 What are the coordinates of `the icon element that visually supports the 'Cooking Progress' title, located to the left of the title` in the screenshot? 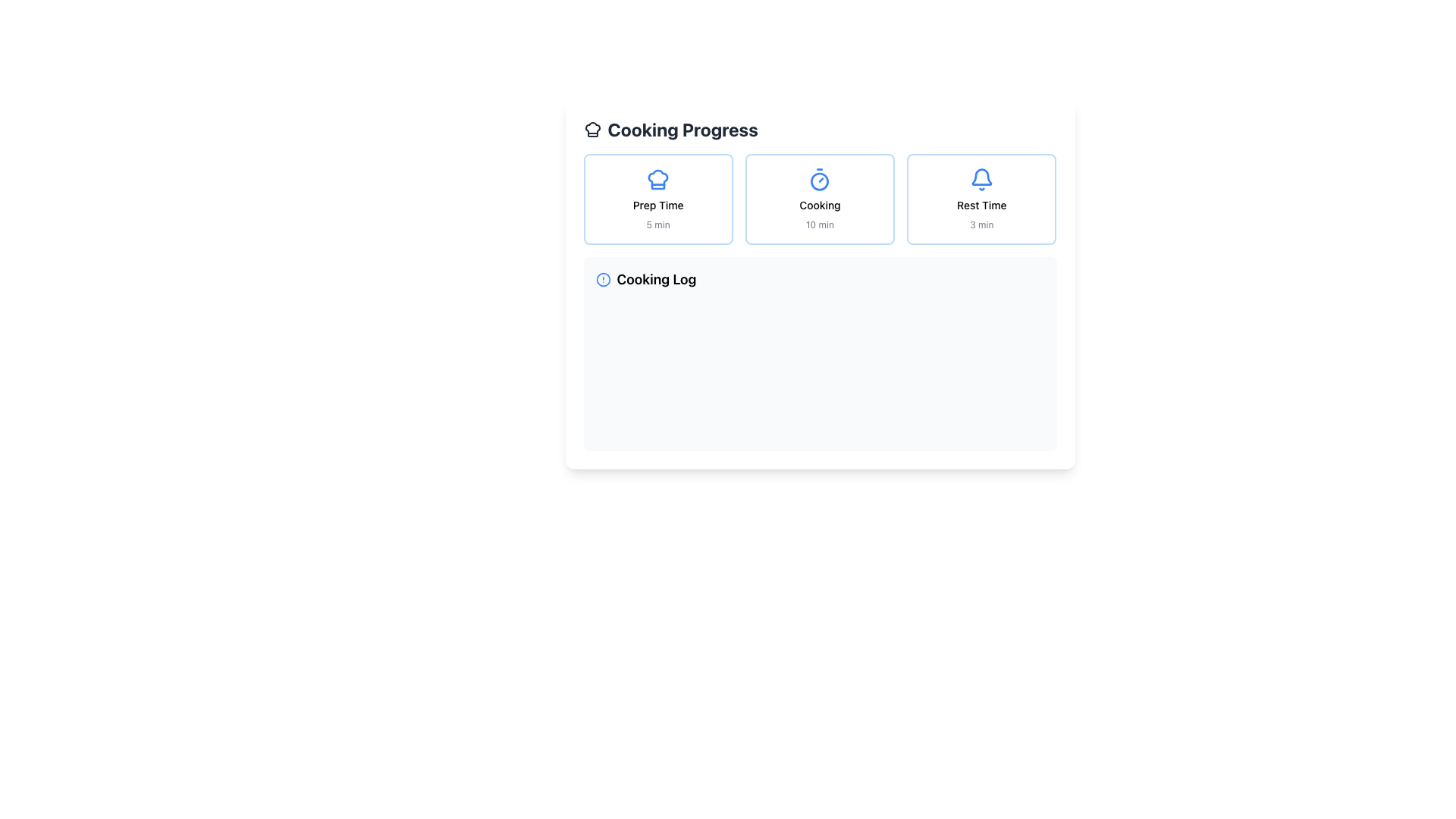 It's located at (658, 178).